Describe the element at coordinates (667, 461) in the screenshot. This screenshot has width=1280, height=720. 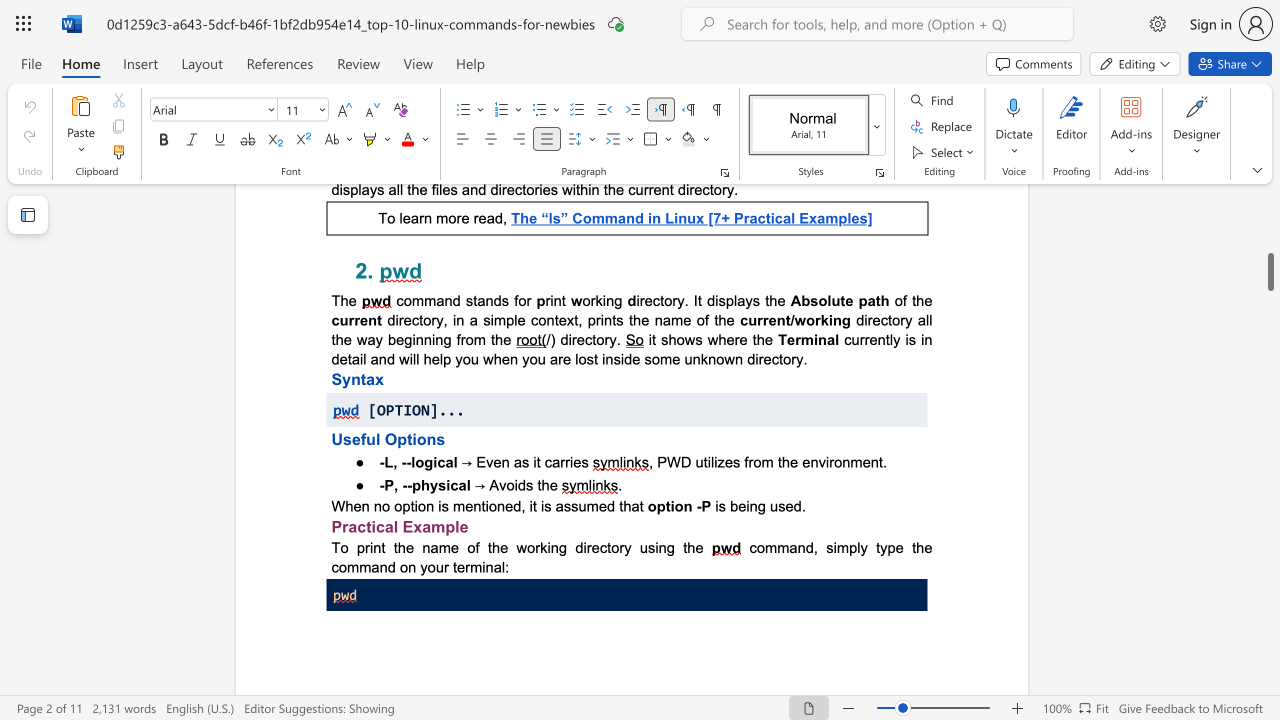
I see `the subset text "WD utilizes fr" within the text ", PWD utilizes from the environment."` at that location.